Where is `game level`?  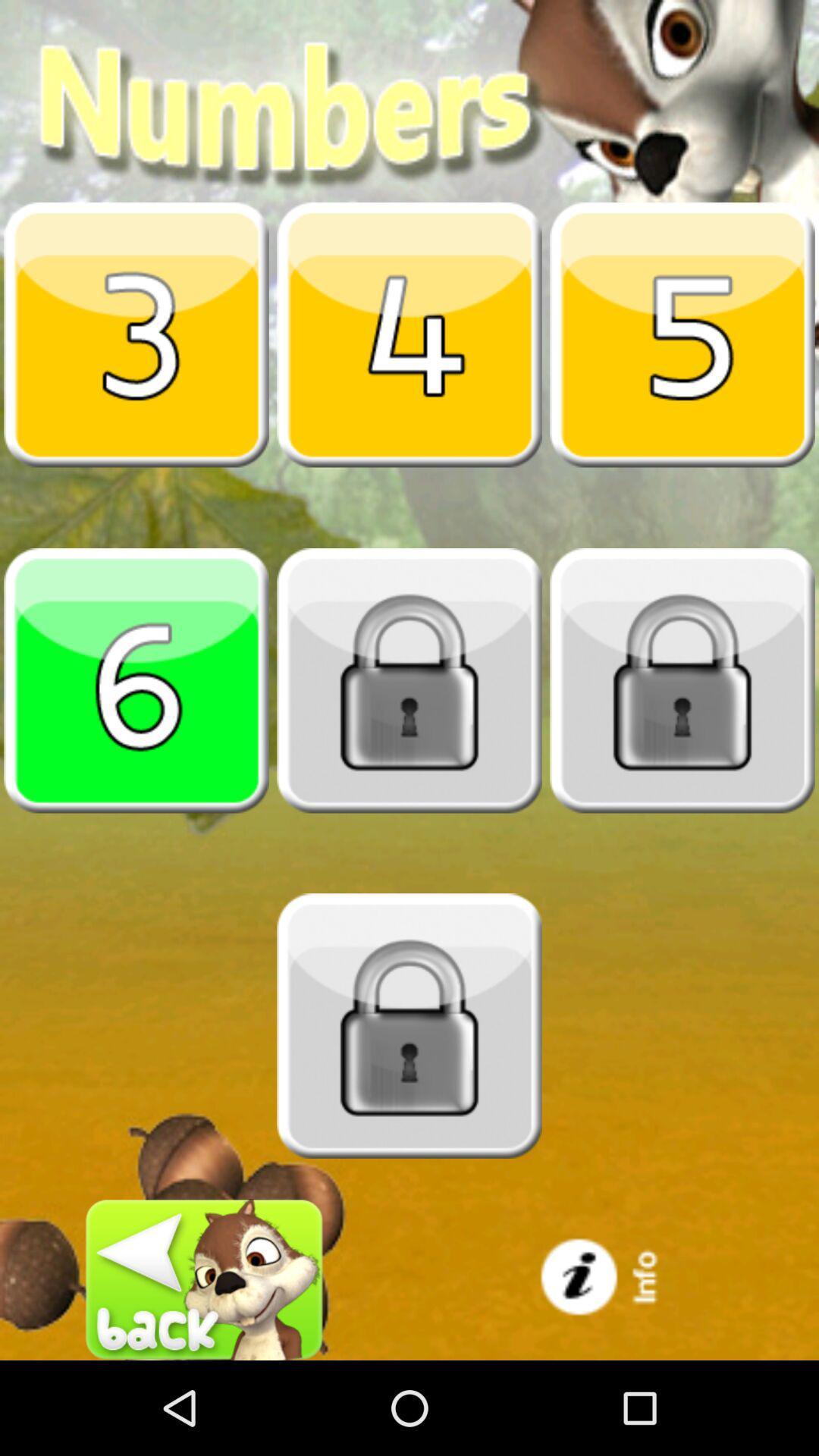 game level is located at coordinates (136, 679).